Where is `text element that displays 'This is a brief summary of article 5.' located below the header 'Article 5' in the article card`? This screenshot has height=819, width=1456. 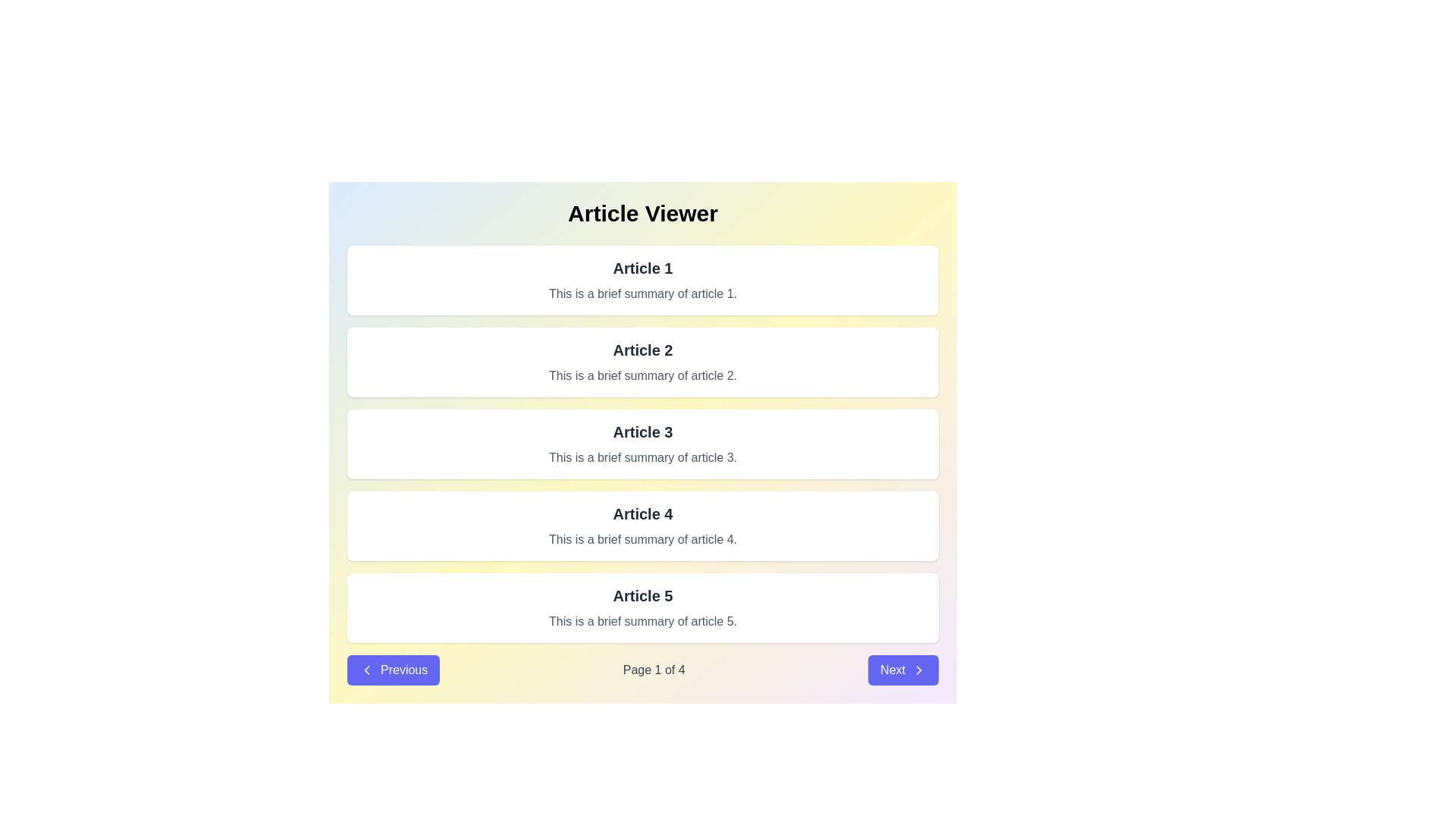
text element that displays 'This is a brief summary of article 5.' located below the header 'Article 5' in the article card is located at coordinates (643, 622).